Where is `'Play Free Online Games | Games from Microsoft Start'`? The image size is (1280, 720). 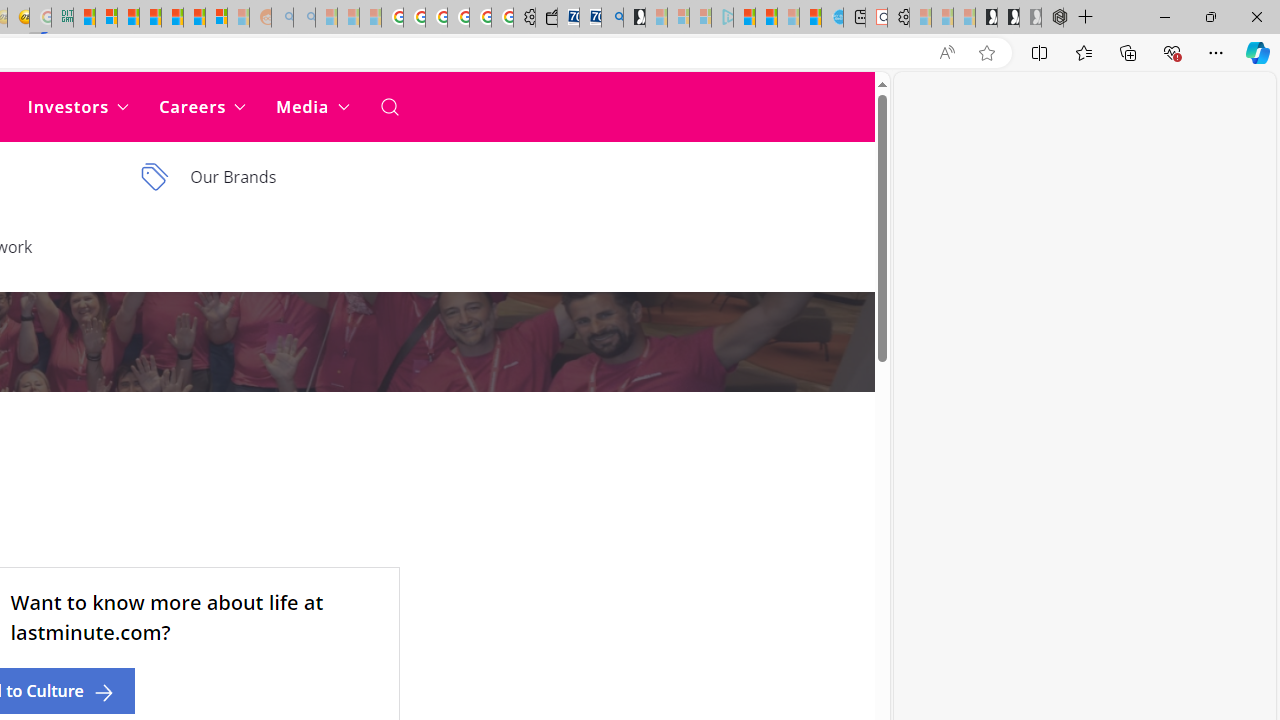
'Play Free Online Games | Games from Microsoft Start' is located at coordinates (986, 17).